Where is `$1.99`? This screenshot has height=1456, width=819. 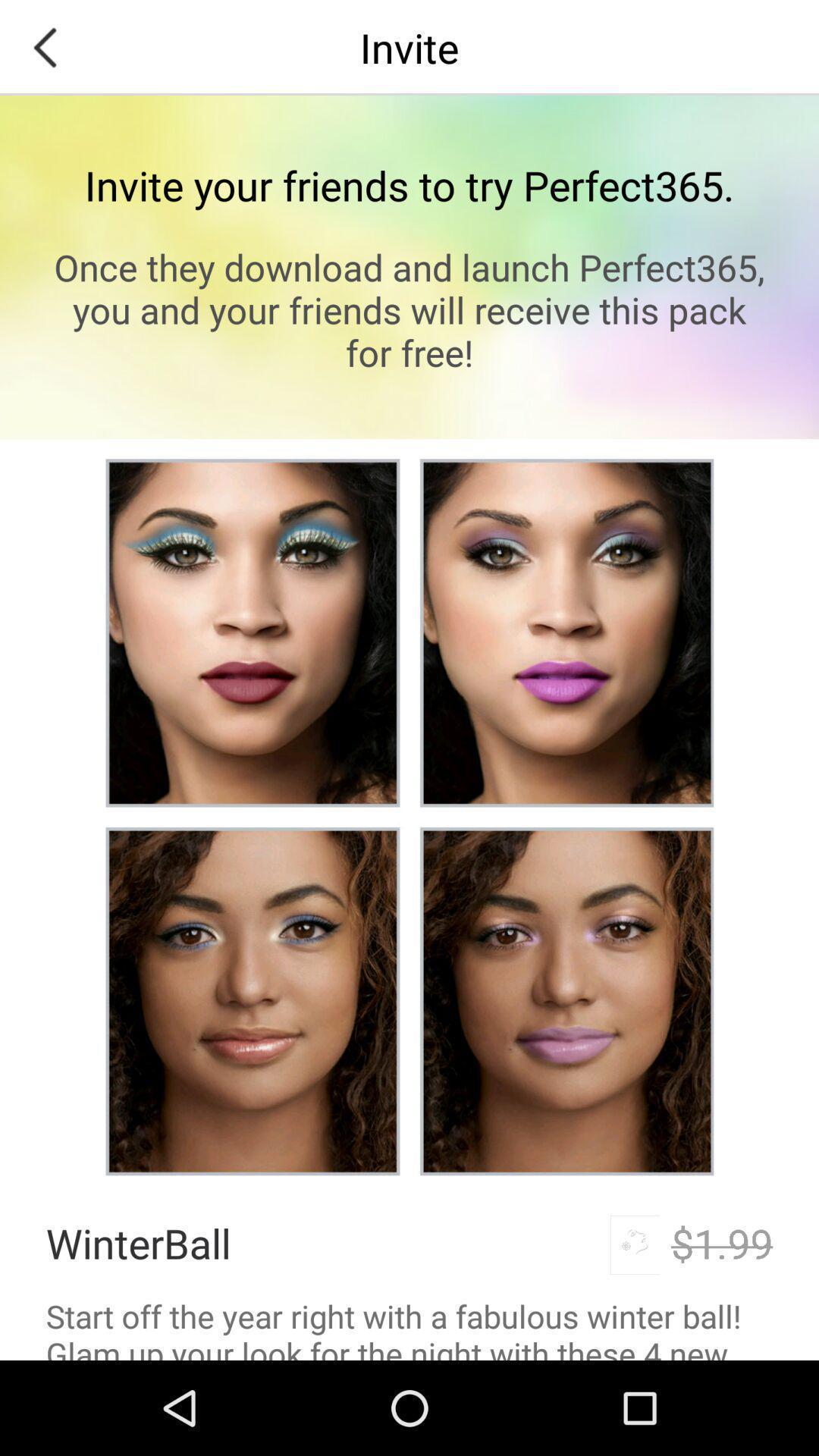 $1.99 is located at coordinates (721, 1243).